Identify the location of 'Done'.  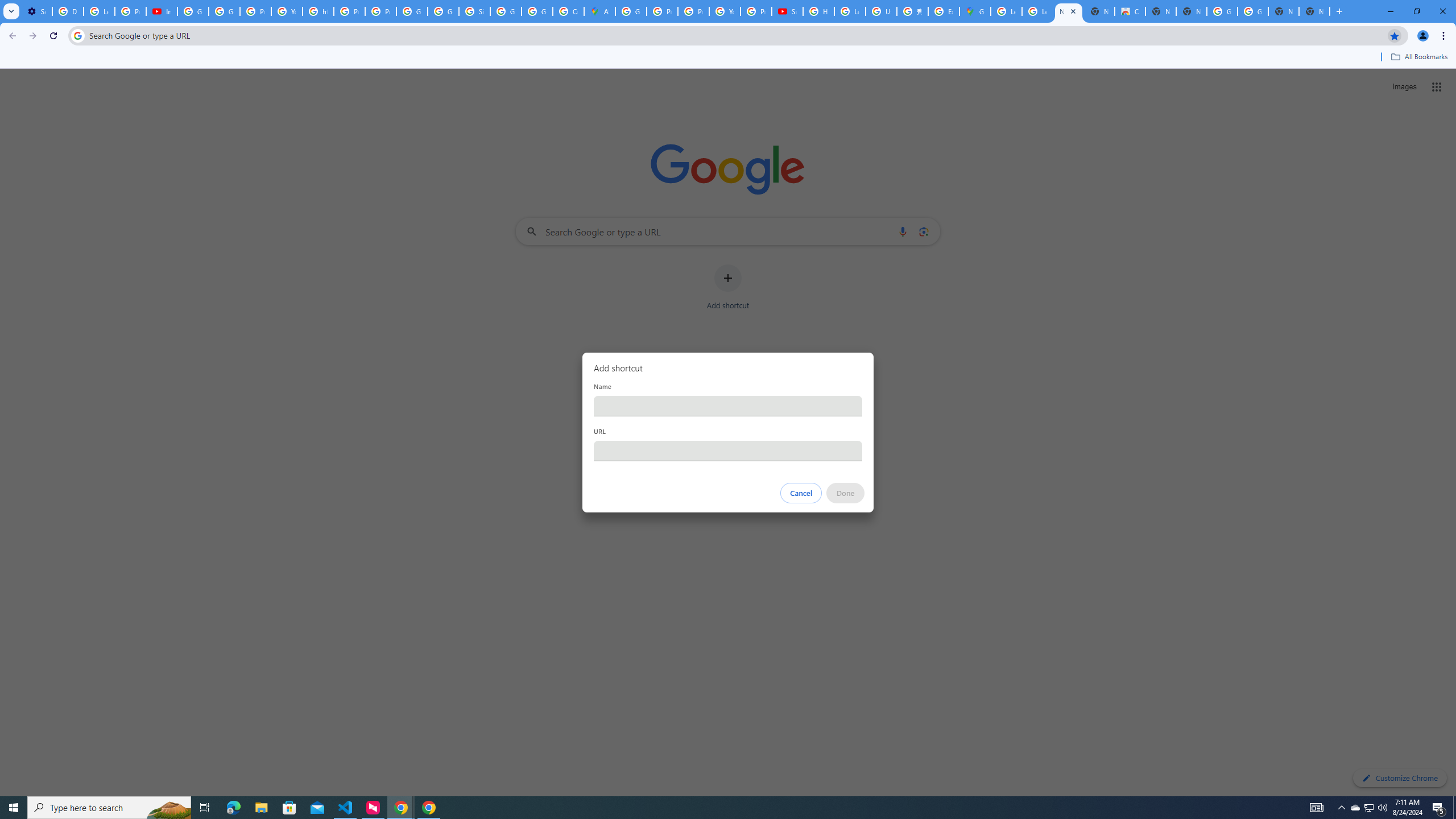
(846, 493).